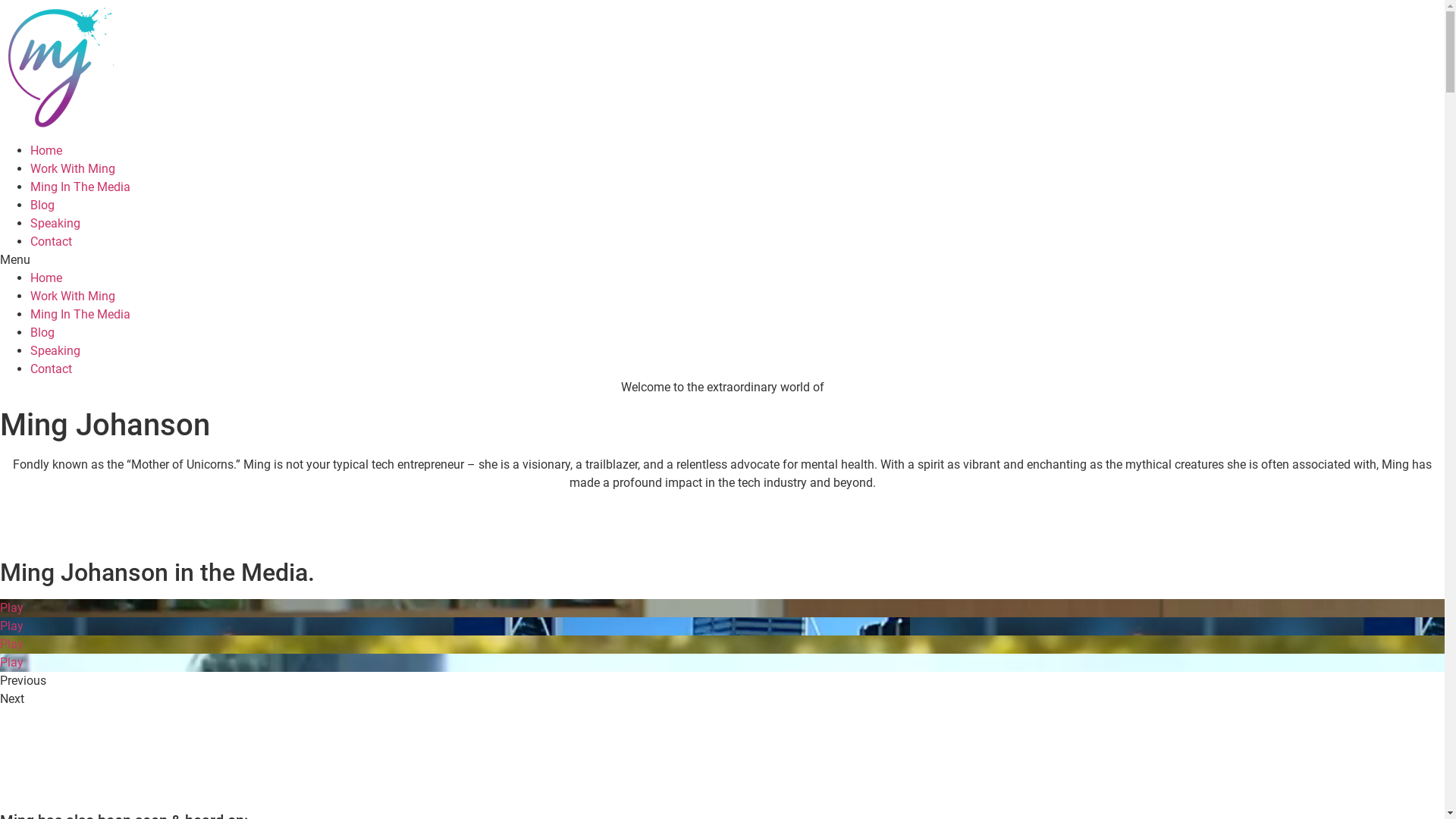 The width and height of the screenshot is (1456, 819). Describe the element at coordinates (79, 313) in the screenshot. I see `'Ming In The Media'` at that location.